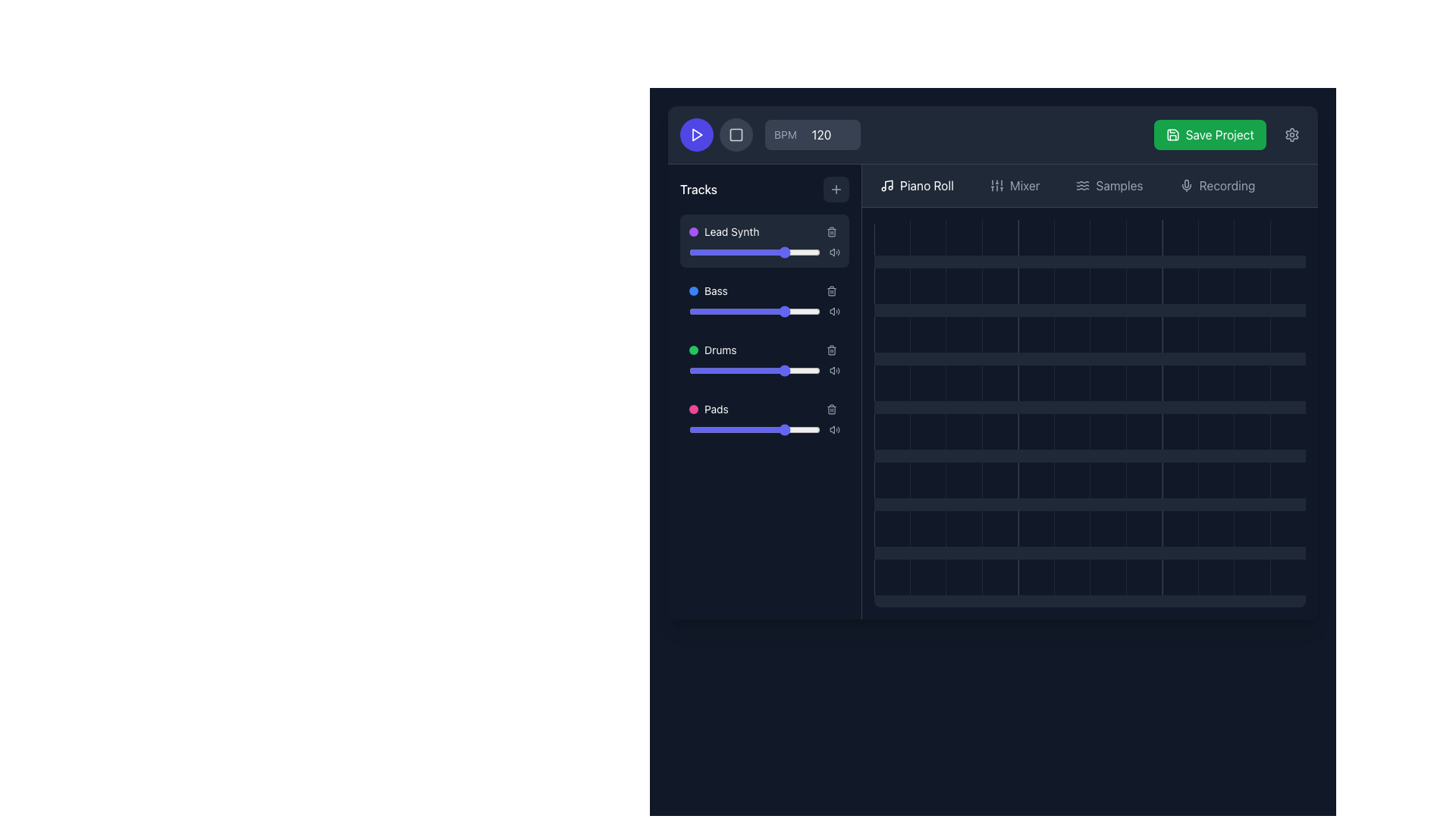  What do you see at coordinates (1216, 382) in the screenshot?
I see `the interactive grid cell located in the fourth row and tenth column of the grid layout` at bounding box center [1216, 382].